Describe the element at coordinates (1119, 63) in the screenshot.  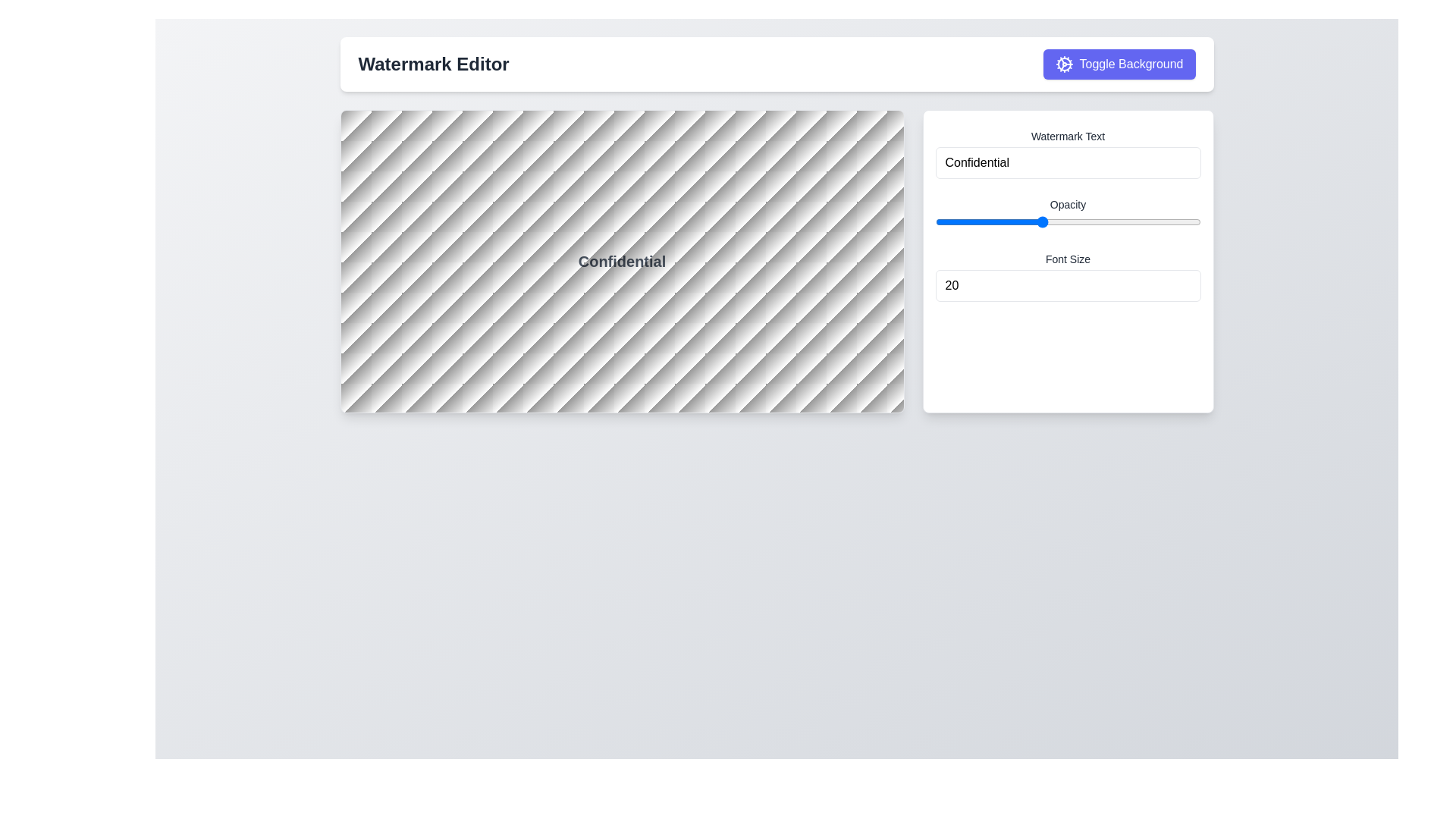
I see `the button that toggles the background of the associated editor interface, located to the right of the 'Watermark Editor' text` at that location.